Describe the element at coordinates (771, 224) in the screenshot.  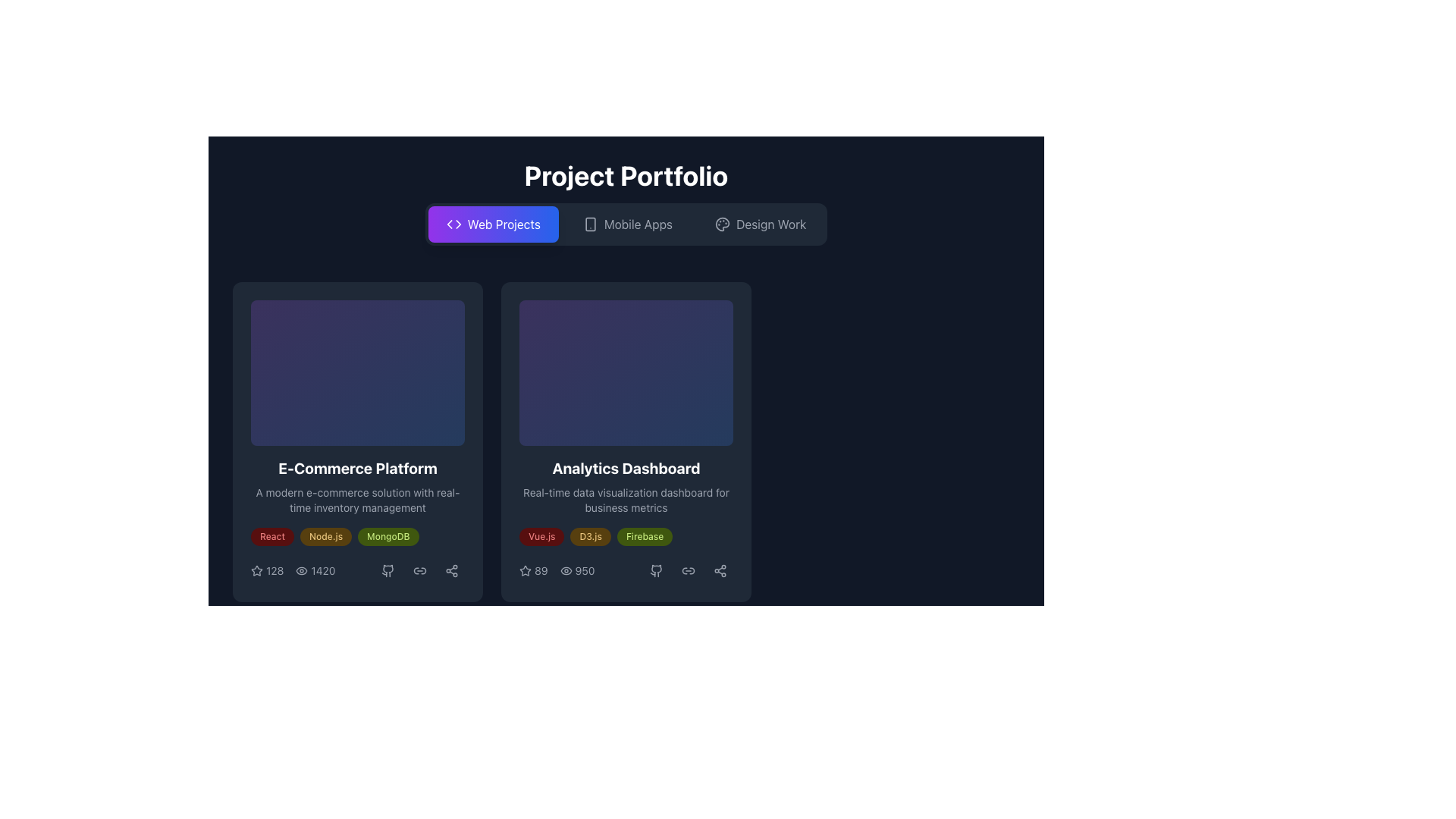
I see `the 'Design Work' label in the upper section of the interface` at that location.